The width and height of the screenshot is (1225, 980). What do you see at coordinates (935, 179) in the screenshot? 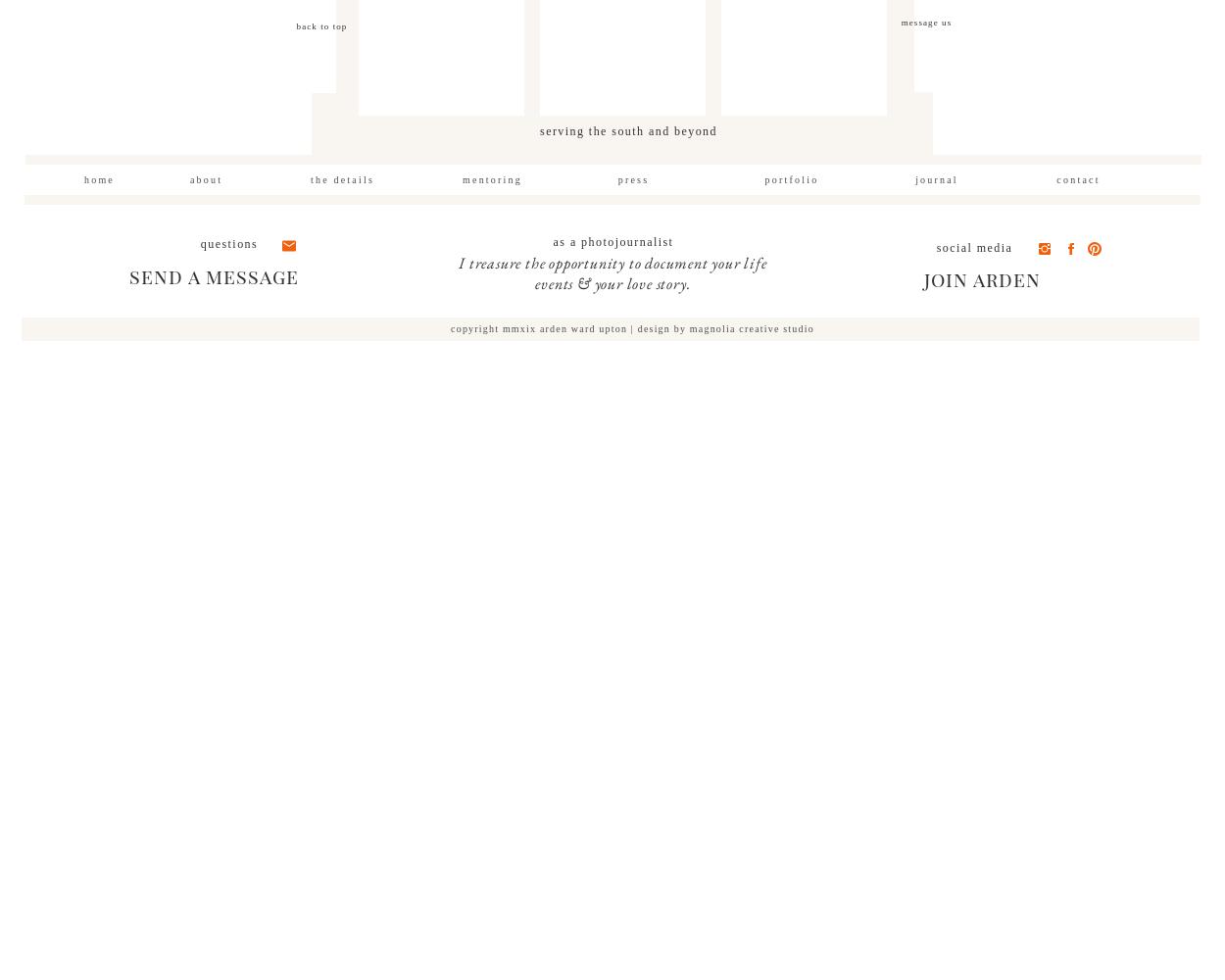
I see `'JOURNAL'` at bounding box center [935, 179].